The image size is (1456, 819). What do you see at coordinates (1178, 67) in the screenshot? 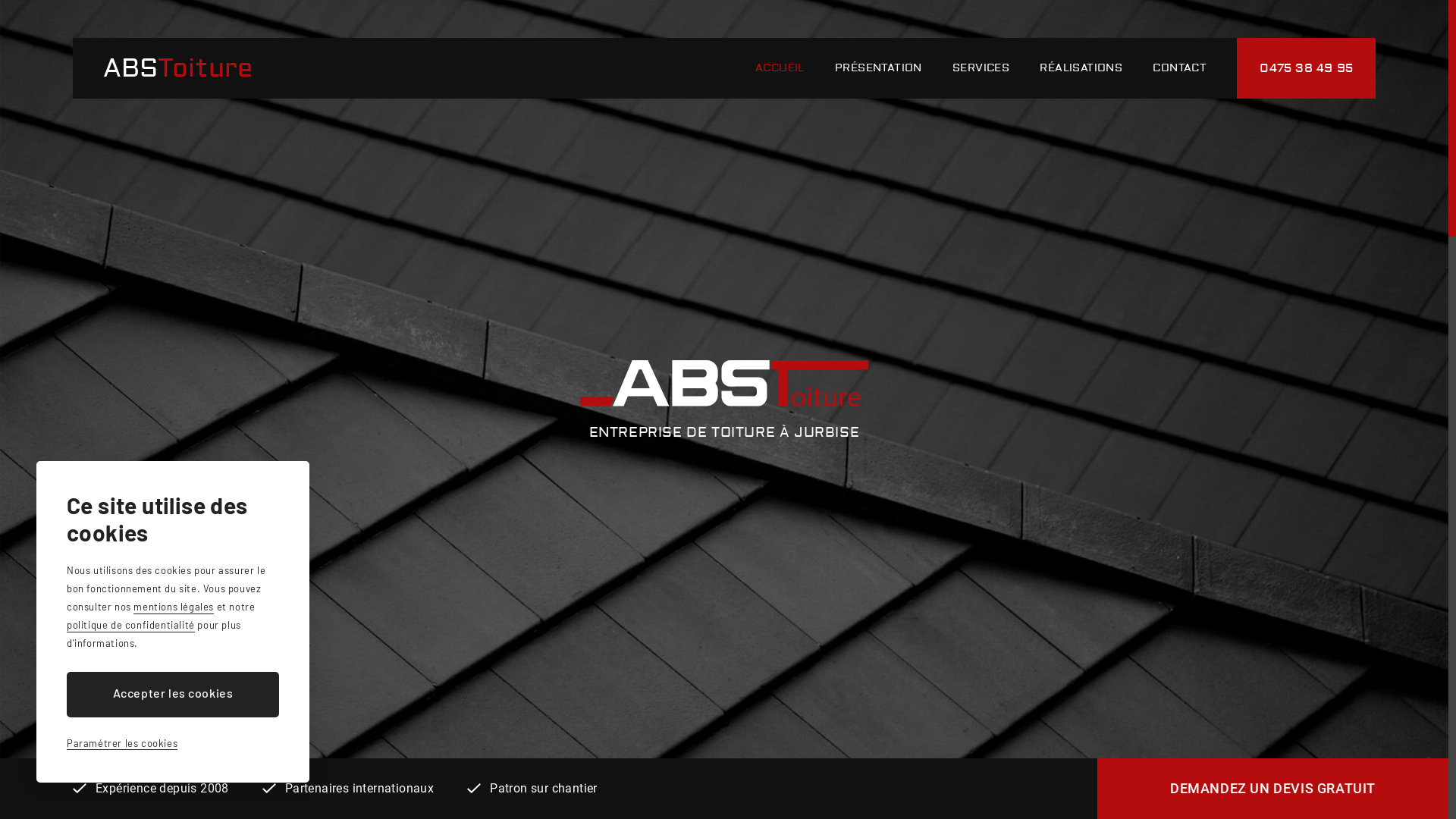
I see `'CONTACT'` at bounding box center [1178, 67].